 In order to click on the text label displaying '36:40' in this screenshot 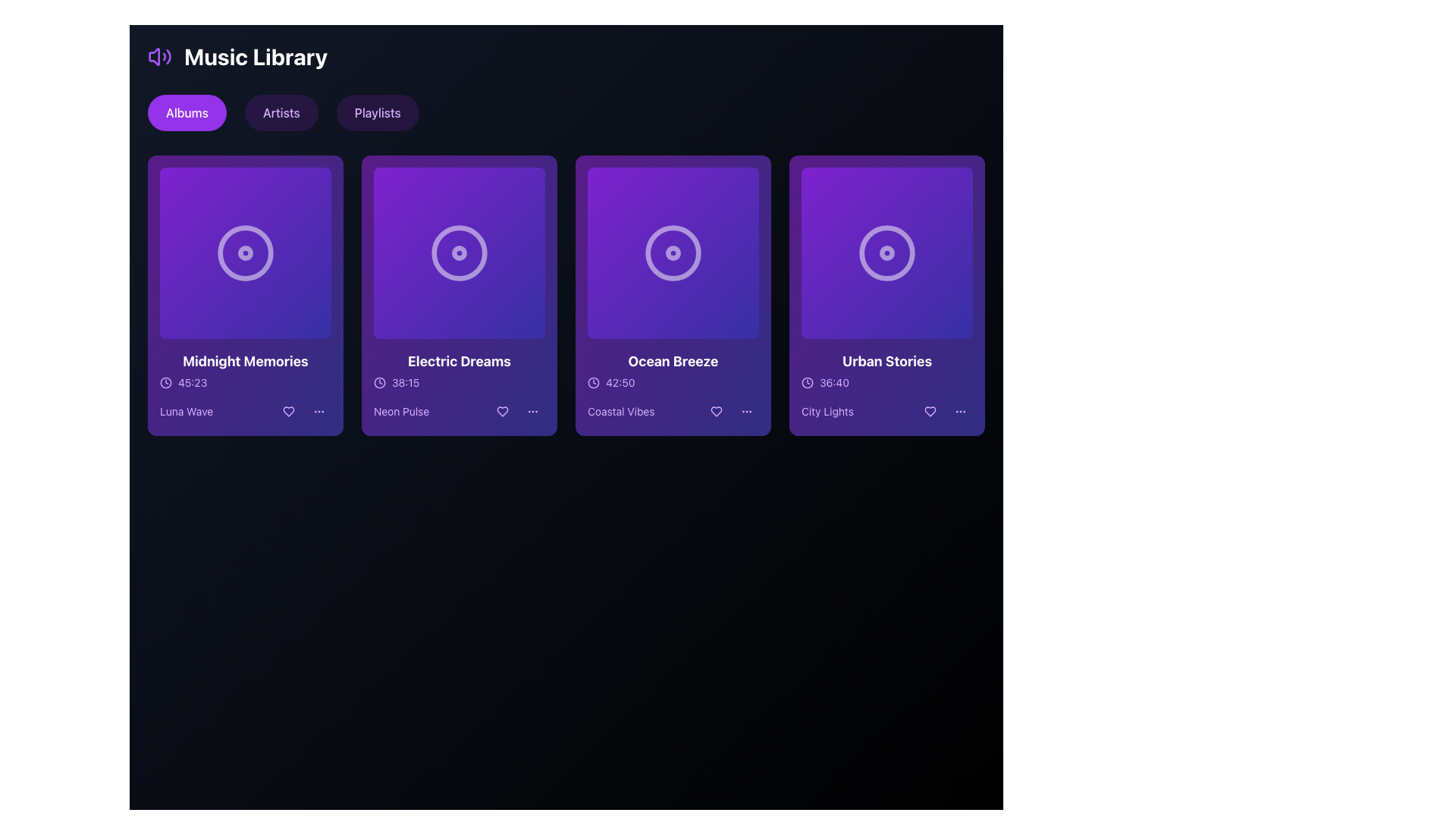, I will do `click(833, 382)`.